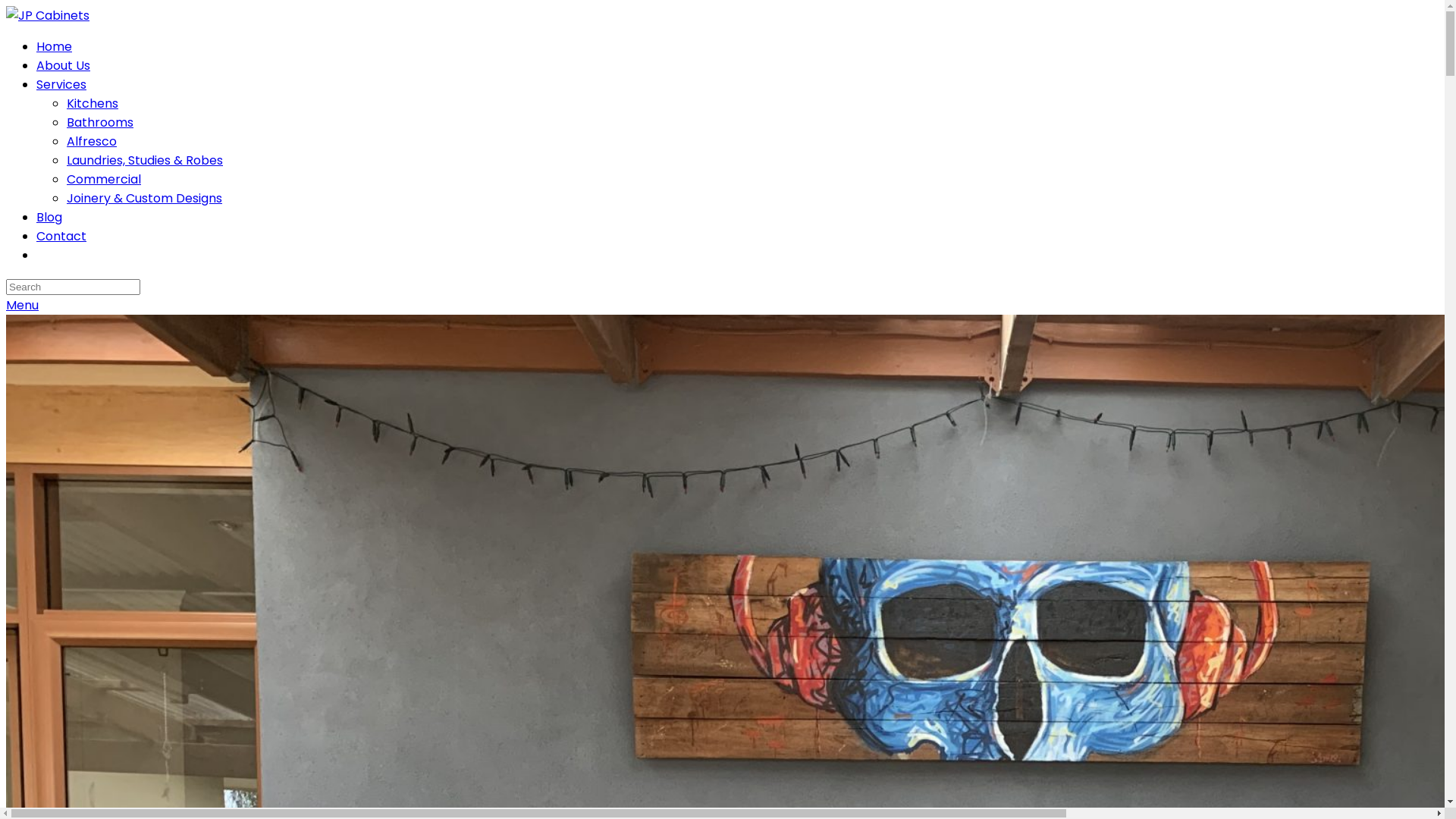  Describe the element at coordinates (145, 160) in the screenshot. I see `'Laundries, Studies & Robes'` at that location.